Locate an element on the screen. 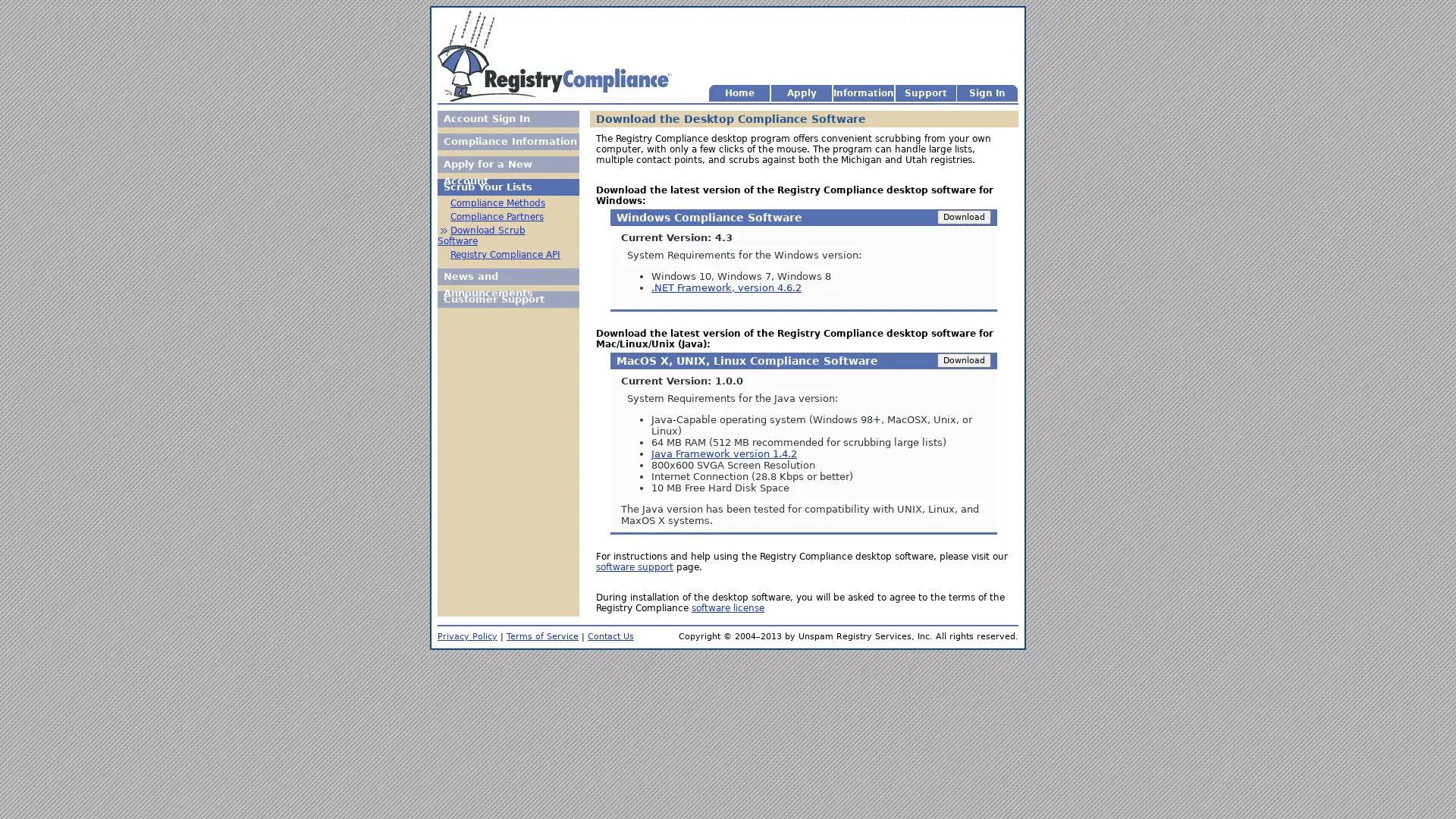 Image resolution: width=1456 pixels, height=819 pixels. Download is located at coordinates (963, 217).